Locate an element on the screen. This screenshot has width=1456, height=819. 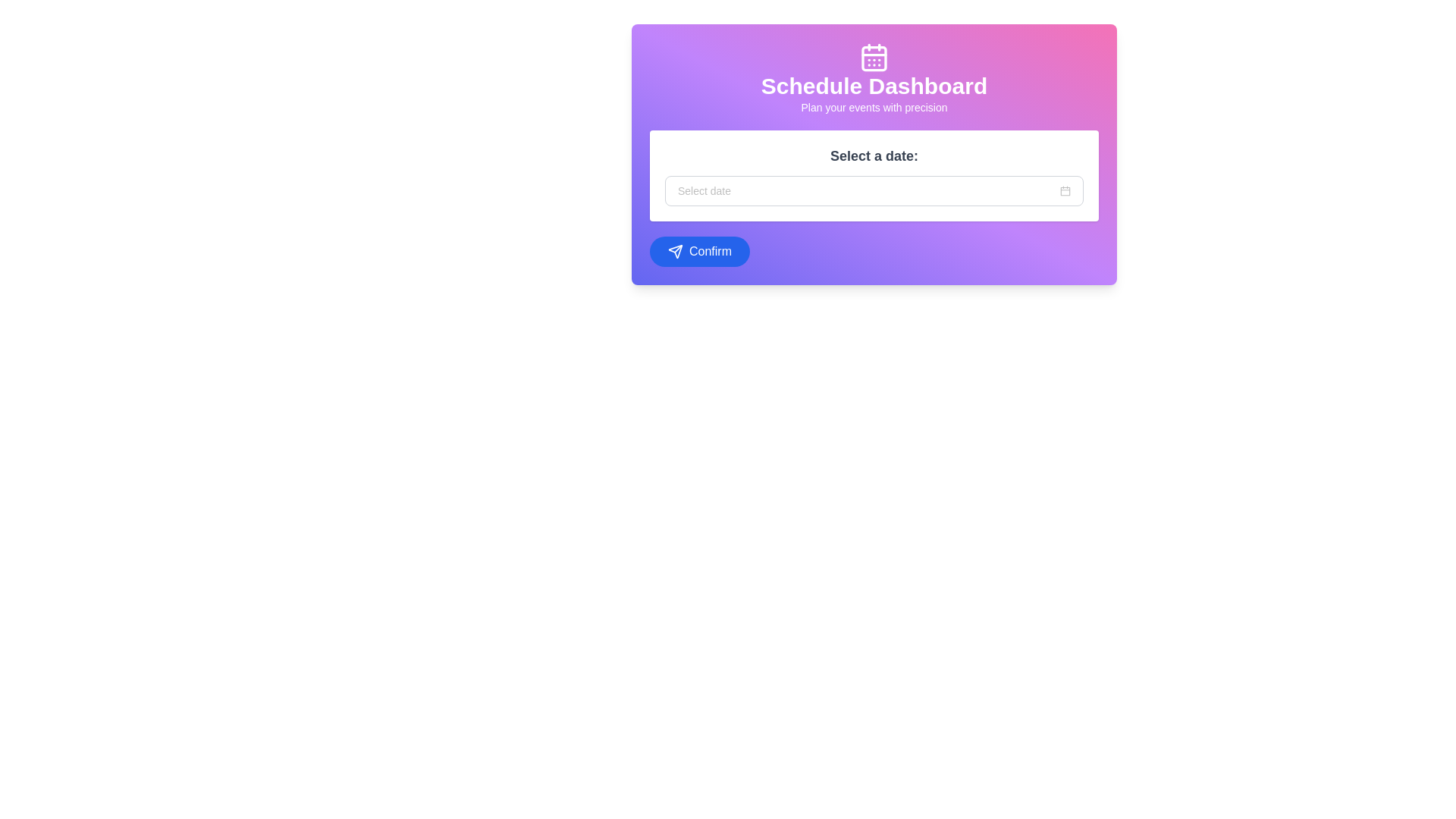
the calendar icon representing the 'Schedule Dashboard' feature located at the top center of the panel is located at coordinates (874, 57).